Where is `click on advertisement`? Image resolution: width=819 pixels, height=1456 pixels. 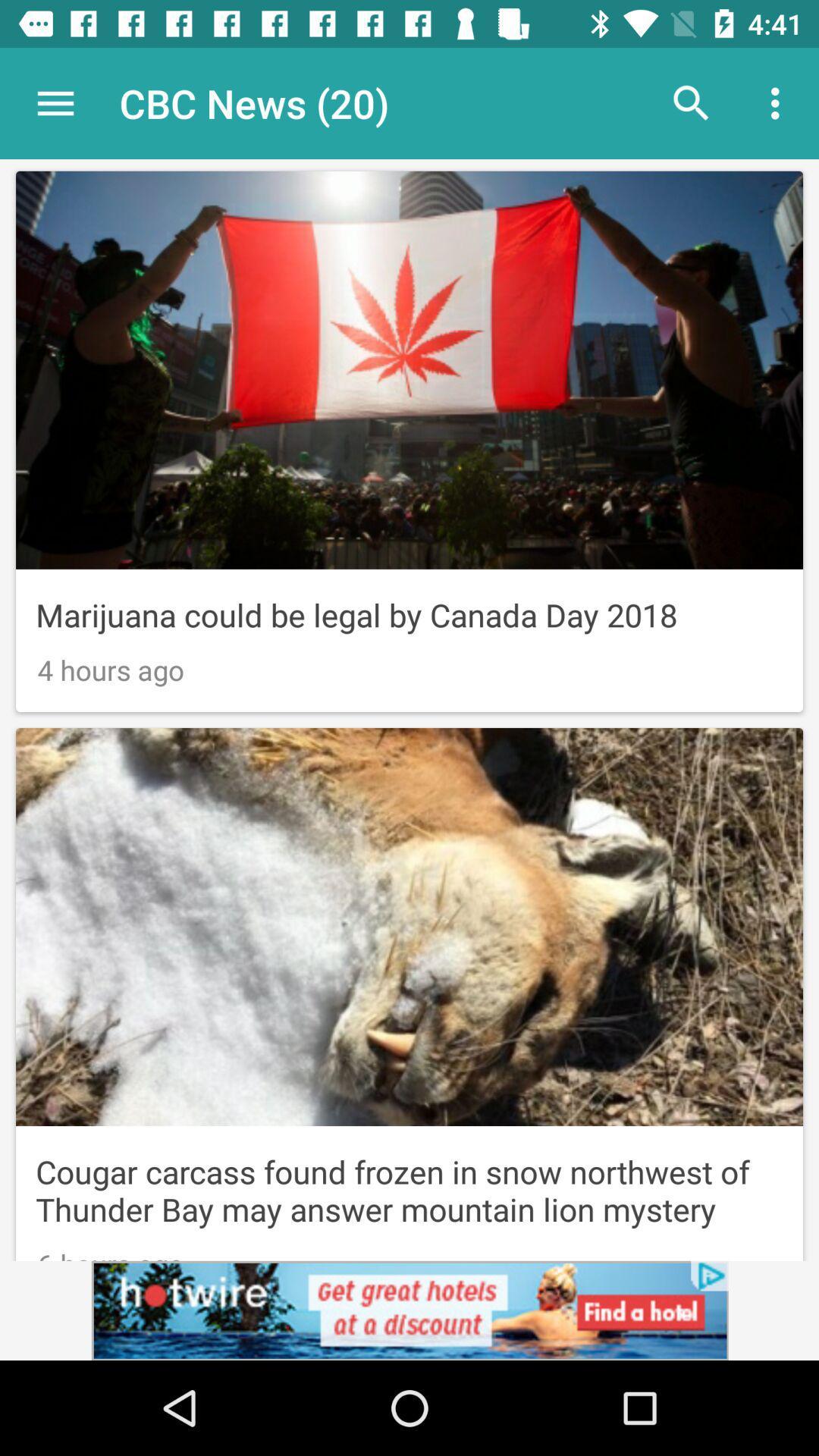
click on advertisement is located at coordinates (409, 1310).